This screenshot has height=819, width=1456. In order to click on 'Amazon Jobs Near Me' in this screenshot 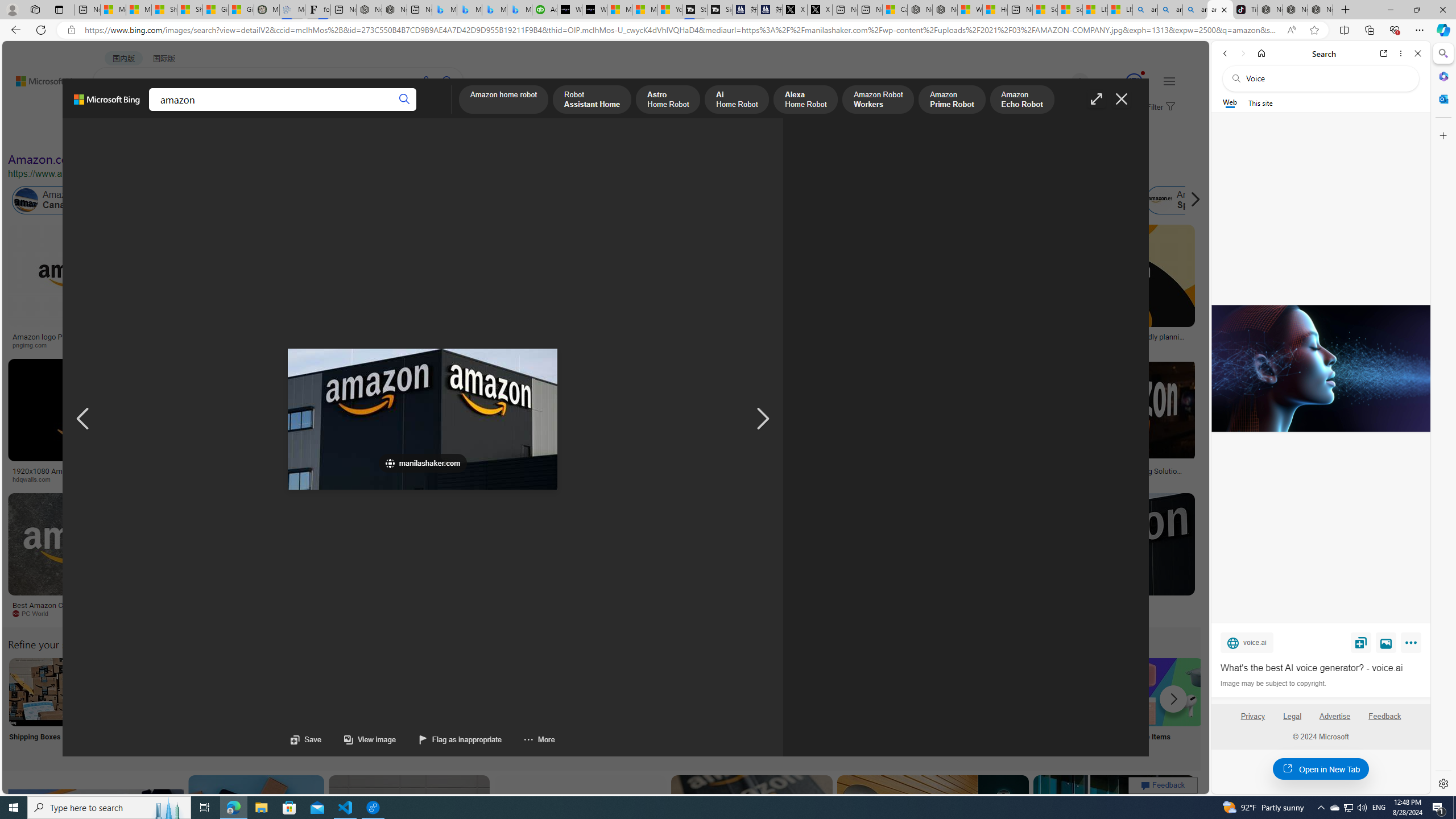, I will do `click(342, 691)`.